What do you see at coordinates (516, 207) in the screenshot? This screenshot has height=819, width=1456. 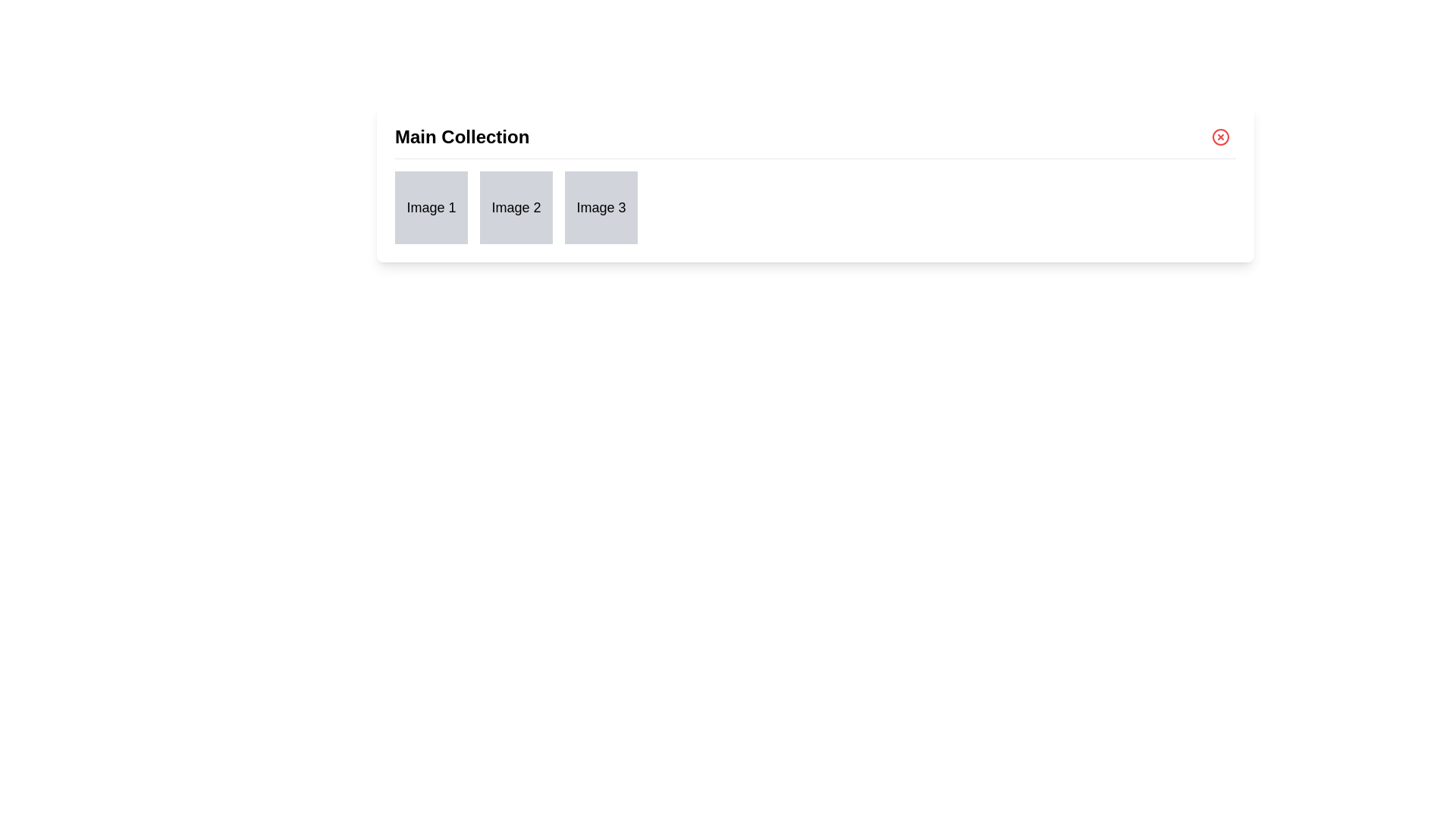 I see `the gray square button labeled 'Image 2'` at bounding box center [516, 207].